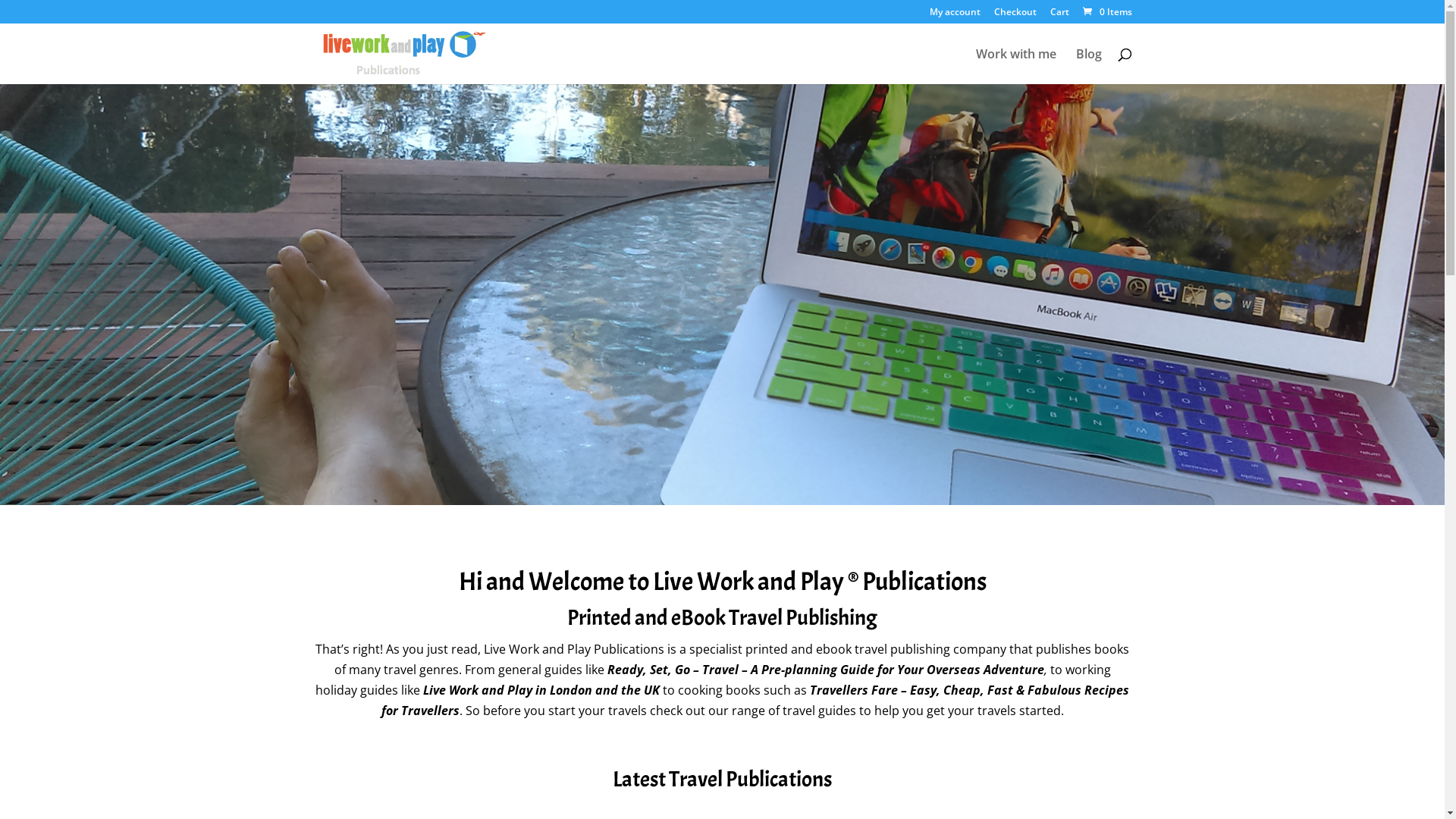 The image size is (1456, 819). What do you see at coordinates (1048, 15) in the screenshot?
I see `'Cart'` at bounding box center [1048, 15].